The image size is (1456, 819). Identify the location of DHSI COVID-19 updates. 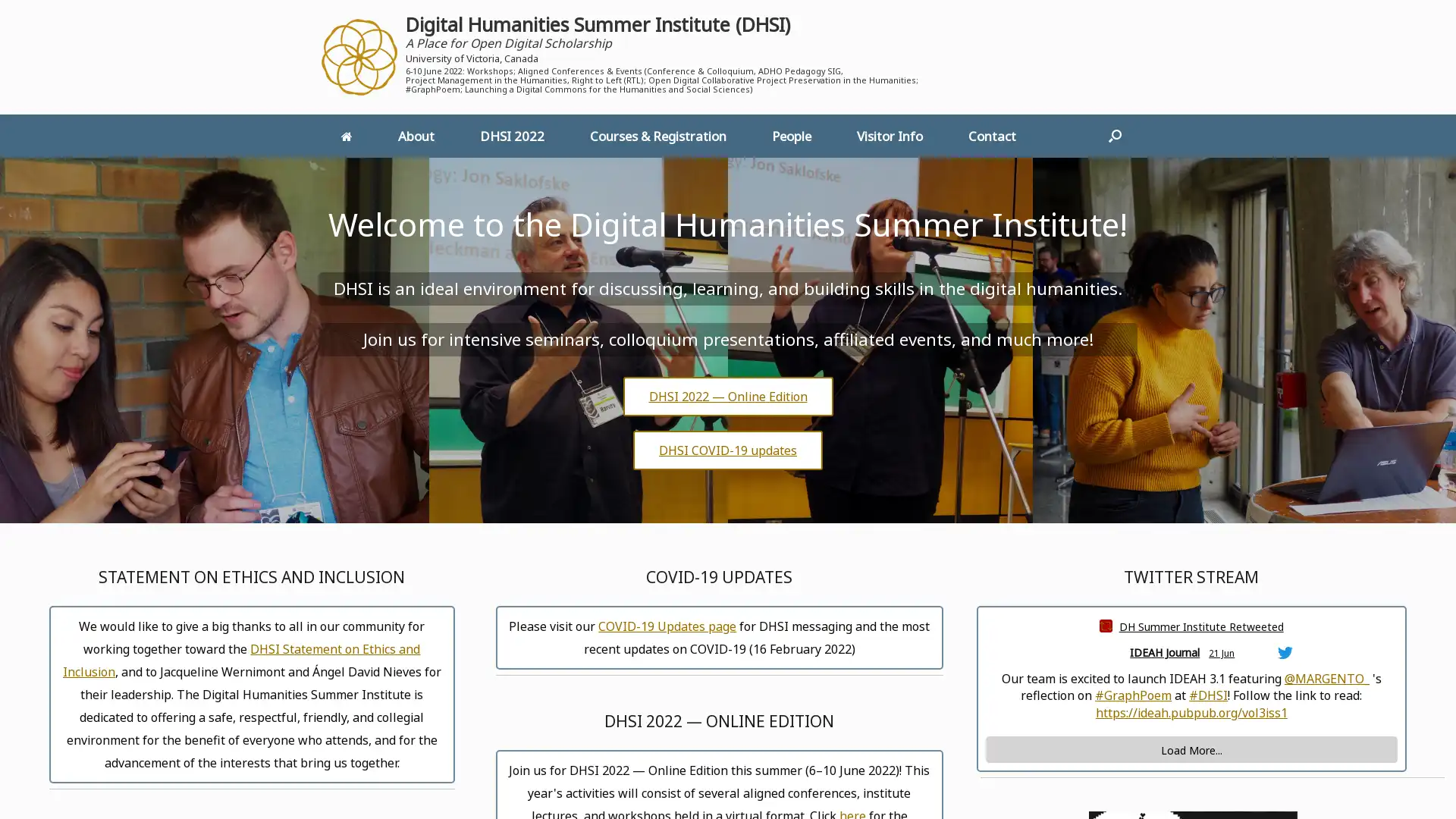
(728, 449).